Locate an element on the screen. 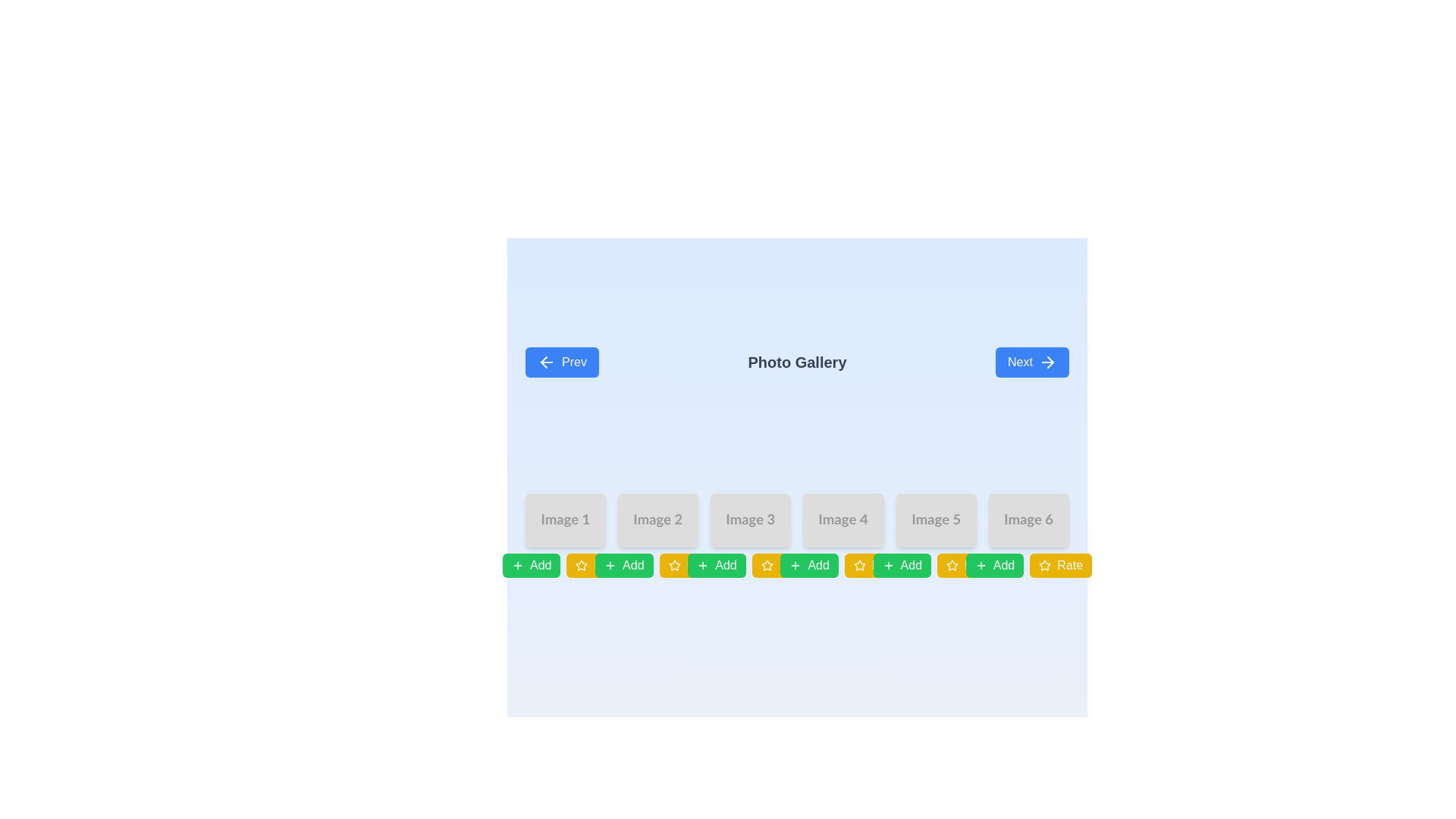 The height and width of the screenshot is (819, 1456). the '+' icon embedded in the 'Add' button with a green background, located beneath the 'Image 4' label is located at coordinates (795, 565).